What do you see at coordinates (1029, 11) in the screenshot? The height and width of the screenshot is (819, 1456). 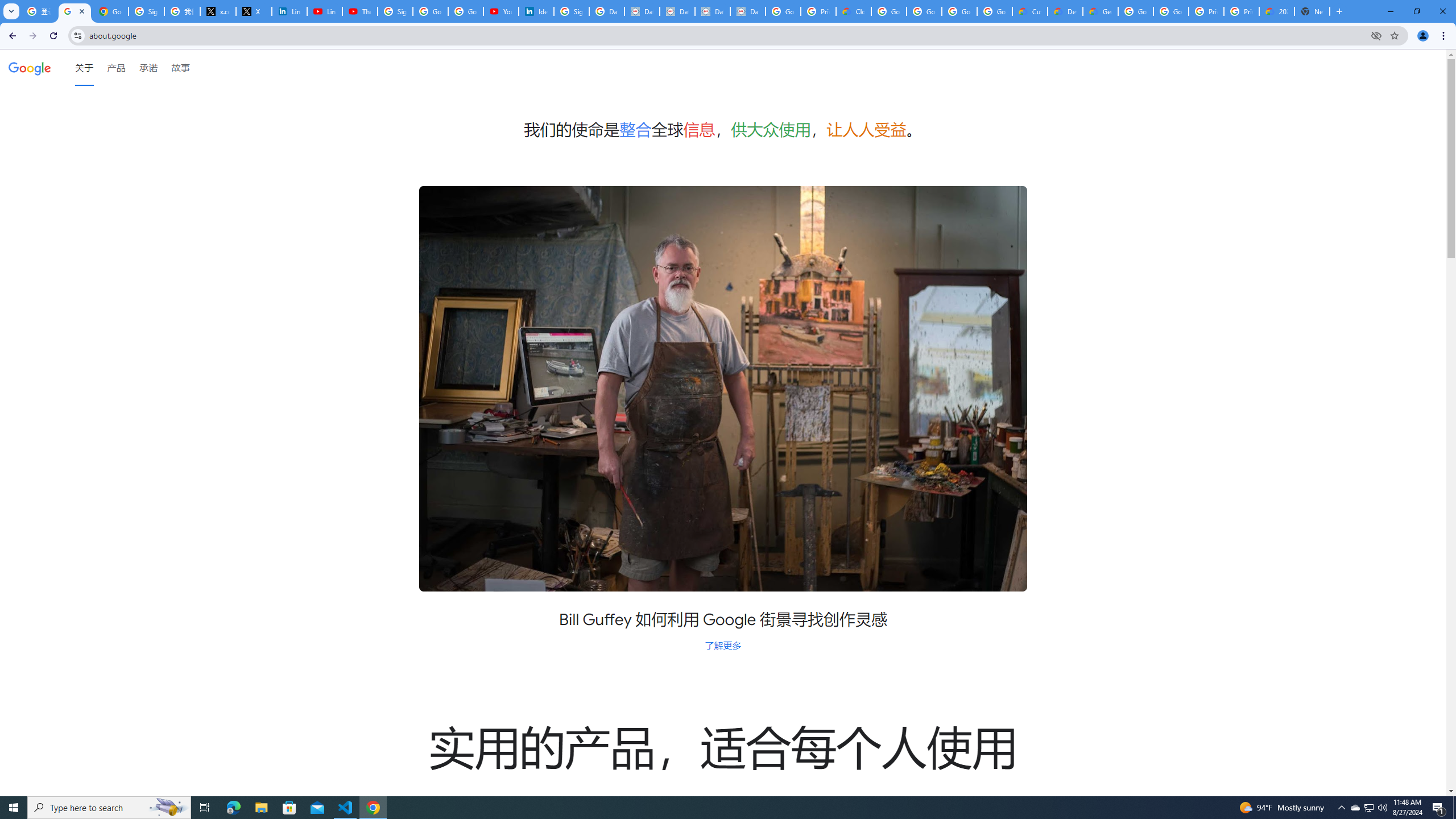 I see `'Customer Care | Google Cloud'` at bounding box center [1029, 11].